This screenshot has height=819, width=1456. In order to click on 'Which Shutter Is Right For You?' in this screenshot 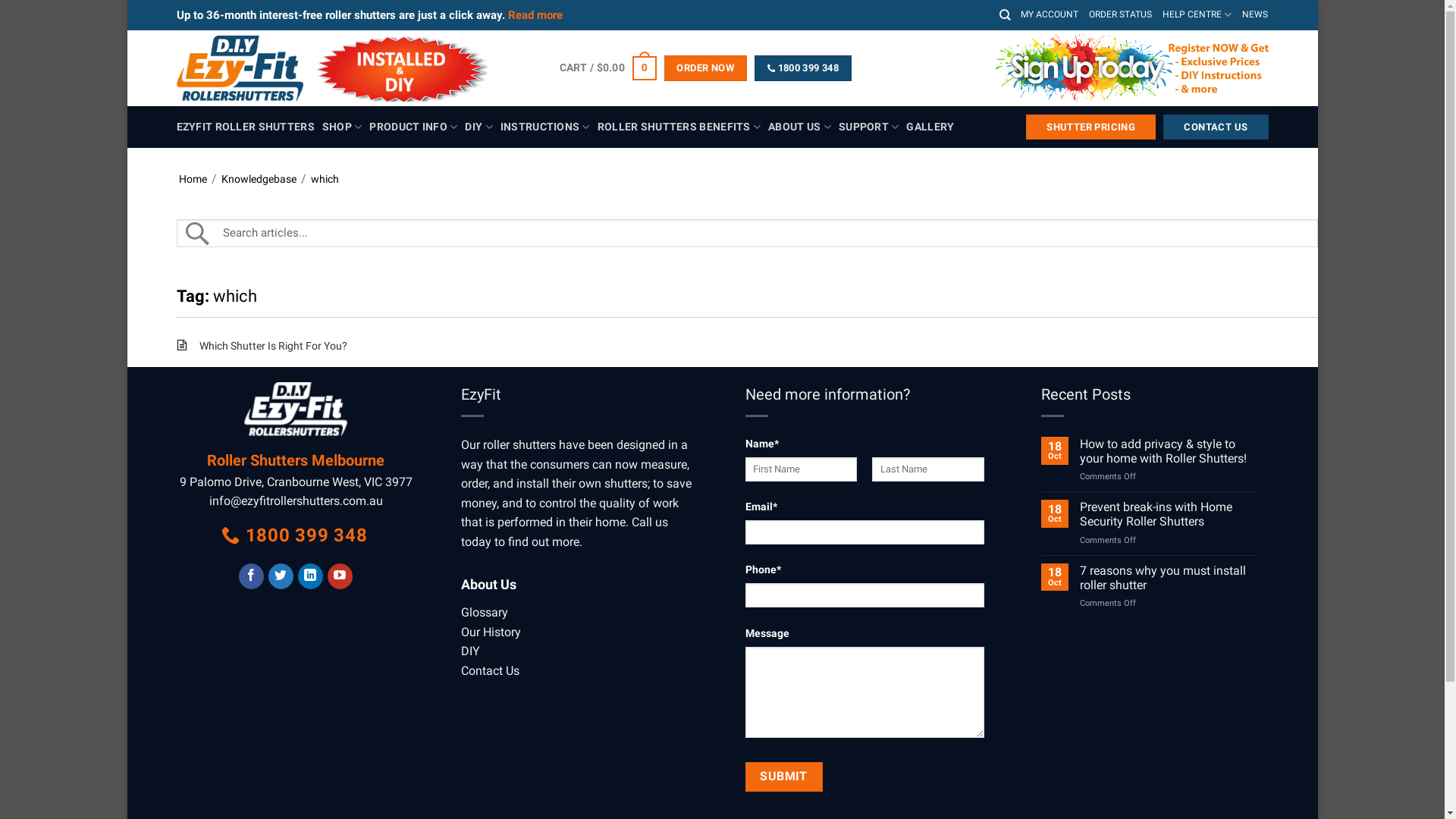, I will do `click(272, 345)`.